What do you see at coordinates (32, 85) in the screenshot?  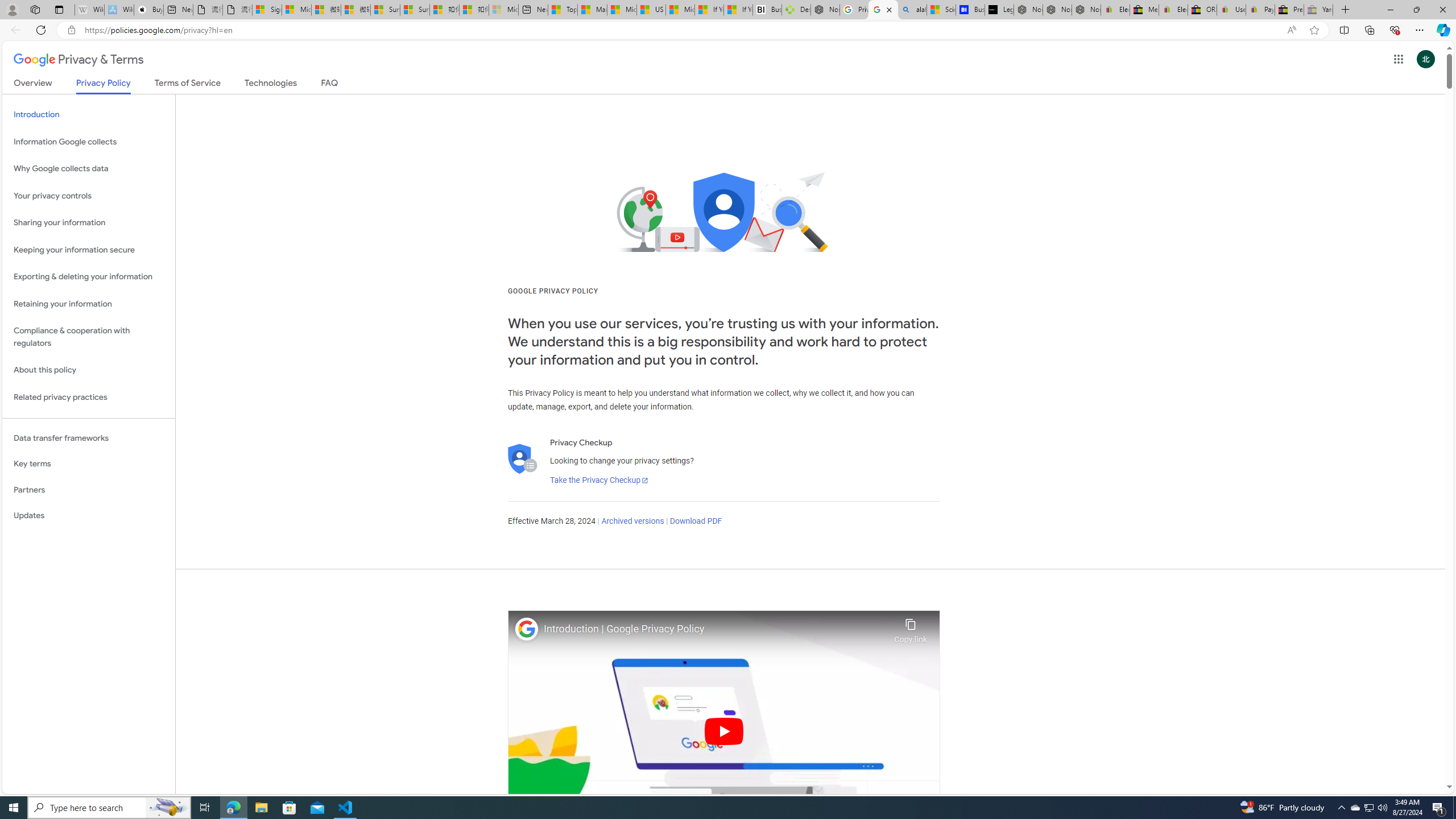 I see `'Overview'` at bounding box center [32, 85].